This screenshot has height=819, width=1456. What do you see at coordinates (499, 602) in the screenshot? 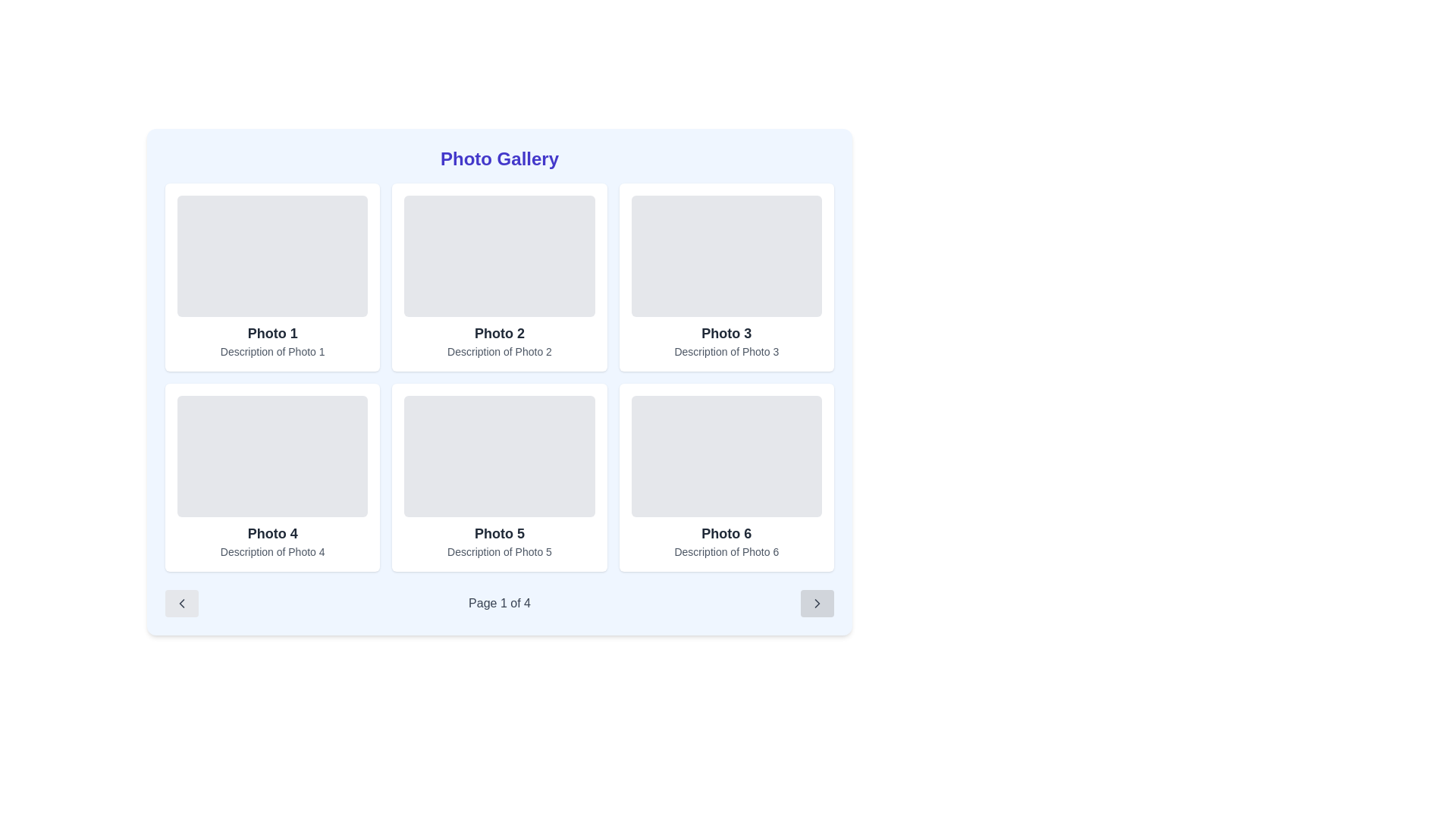
I see `the informational text displaying 'Page 1 of 4', which is styled in gray font and located at the bottom of the interface` at bounding box center [499, 602].